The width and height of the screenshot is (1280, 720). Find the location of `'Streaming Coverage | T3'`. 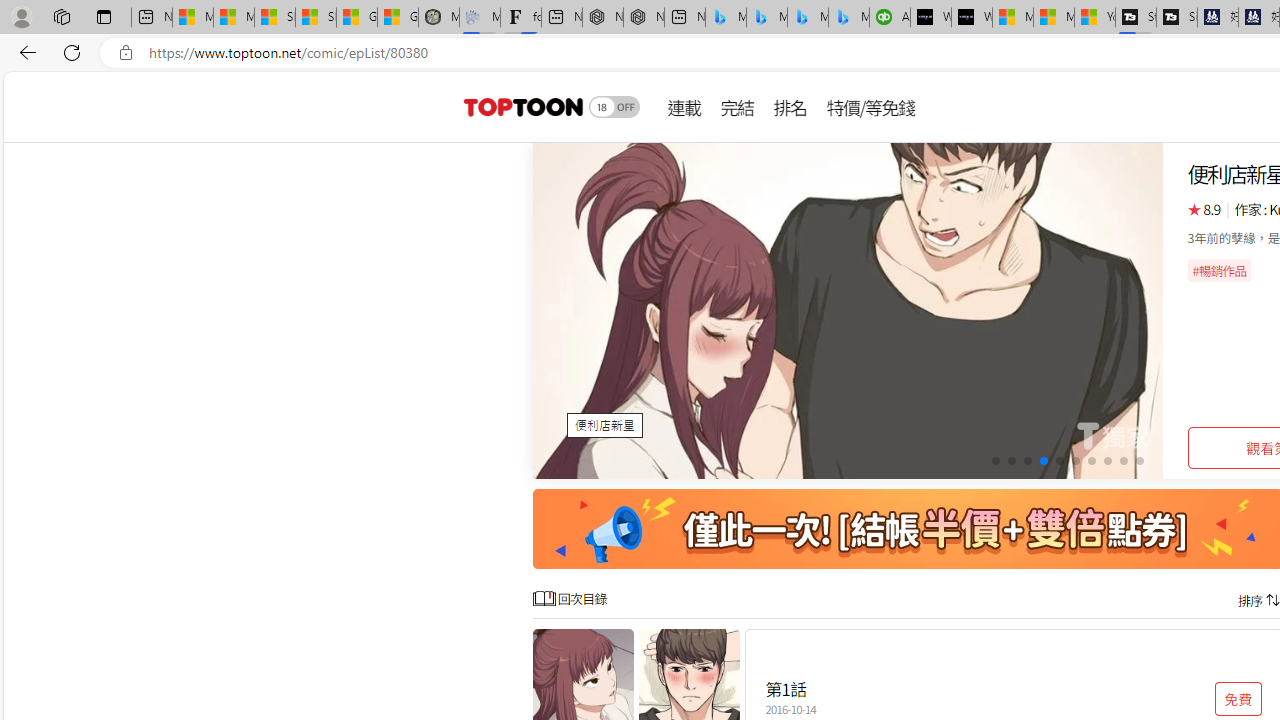

'Streaming Coverage | T3' is located at coordinates (1136, 17).